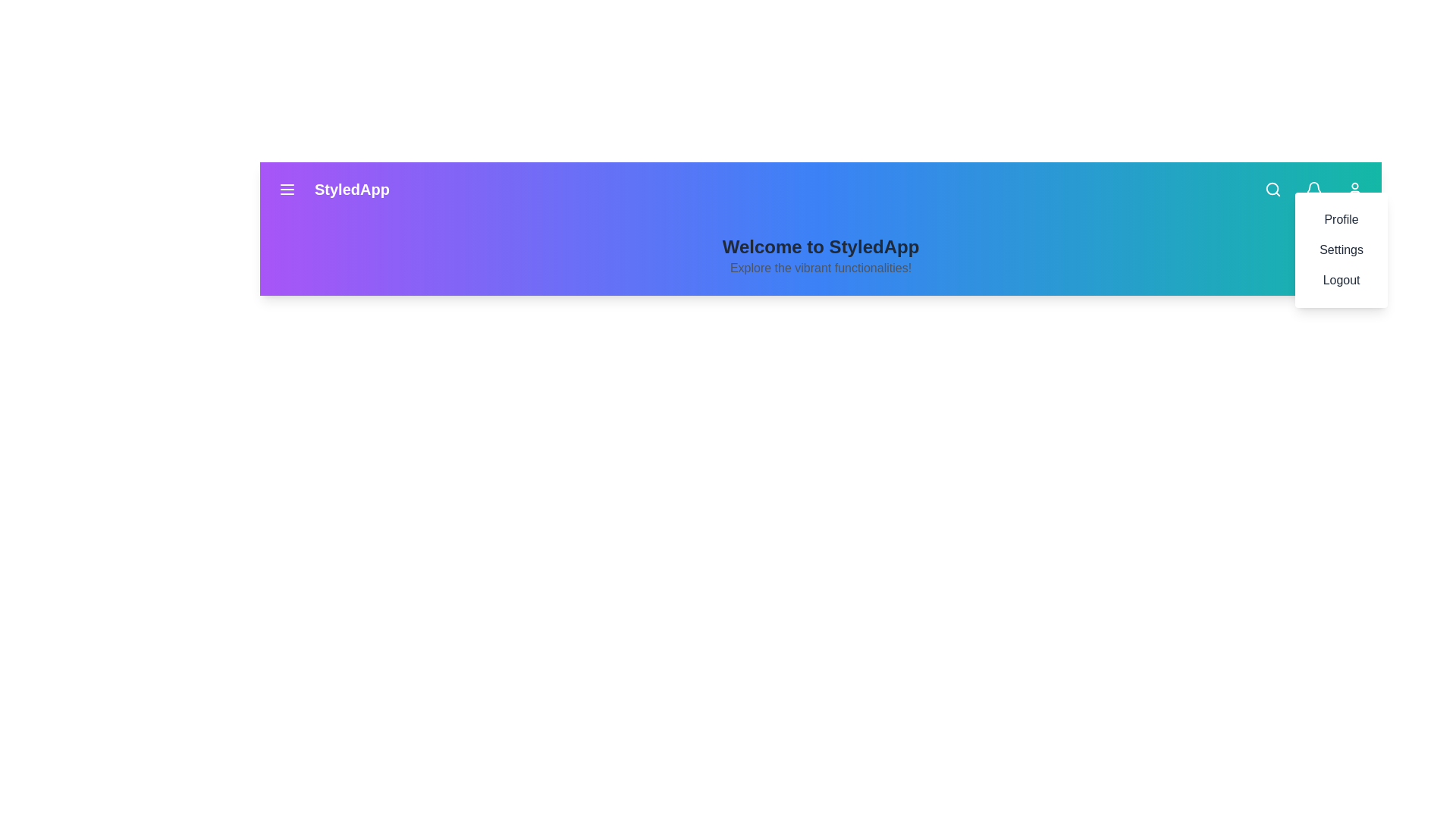 The width and height of the screenshot is (1456, 819). I want to click on the menu icon to open the menu, so click(287, 189).